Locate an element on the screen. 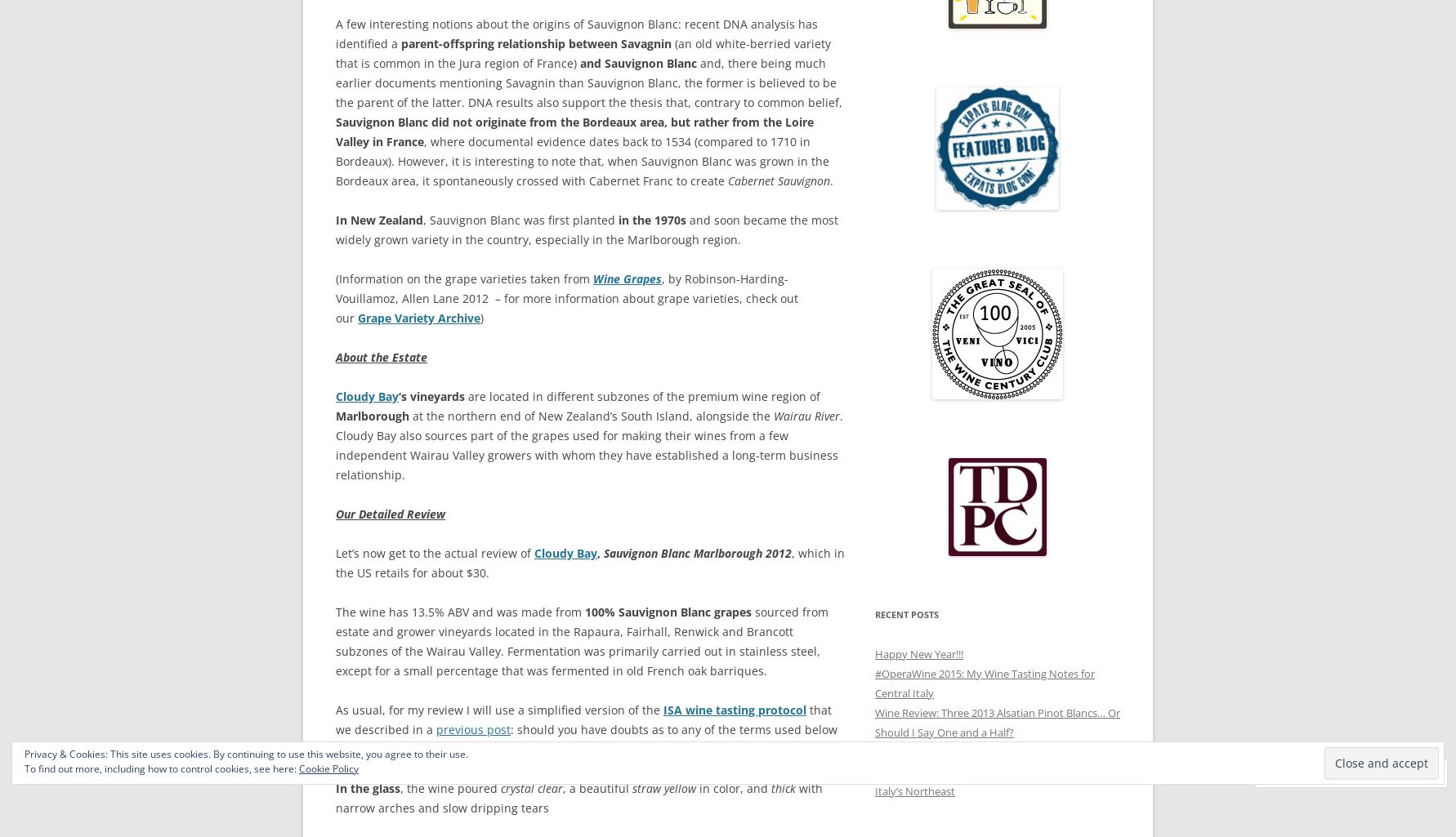 The width and height of the screenshot is (1456, 837). 'that post' is located at coordinates (443, 748).